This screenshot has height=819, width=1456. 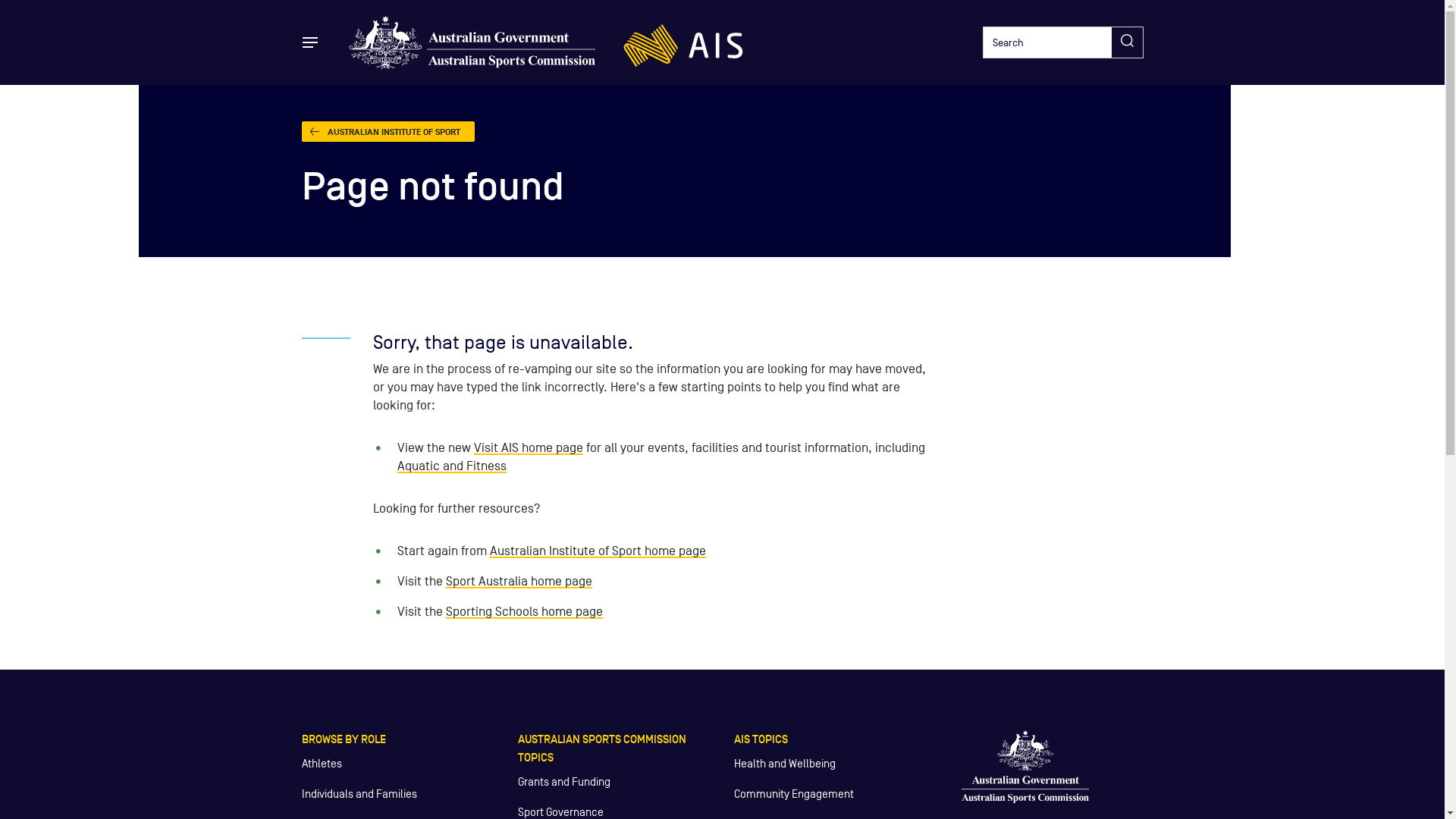 What do you see at coordinates (785, 763) in the screenshot?
I see `'Health and Wellbeing'` at bounding box center [785, 763].